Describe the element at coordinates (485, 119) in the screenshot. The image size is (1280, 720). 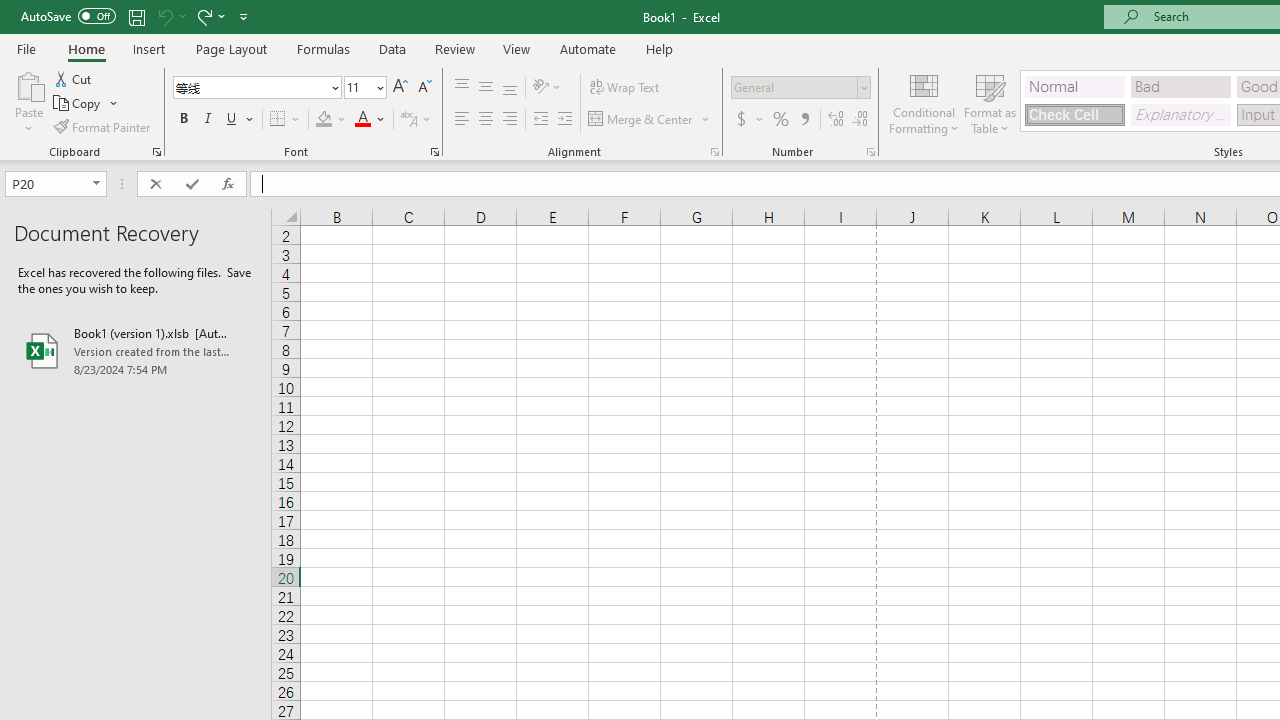
I see `'Center'` at that location.